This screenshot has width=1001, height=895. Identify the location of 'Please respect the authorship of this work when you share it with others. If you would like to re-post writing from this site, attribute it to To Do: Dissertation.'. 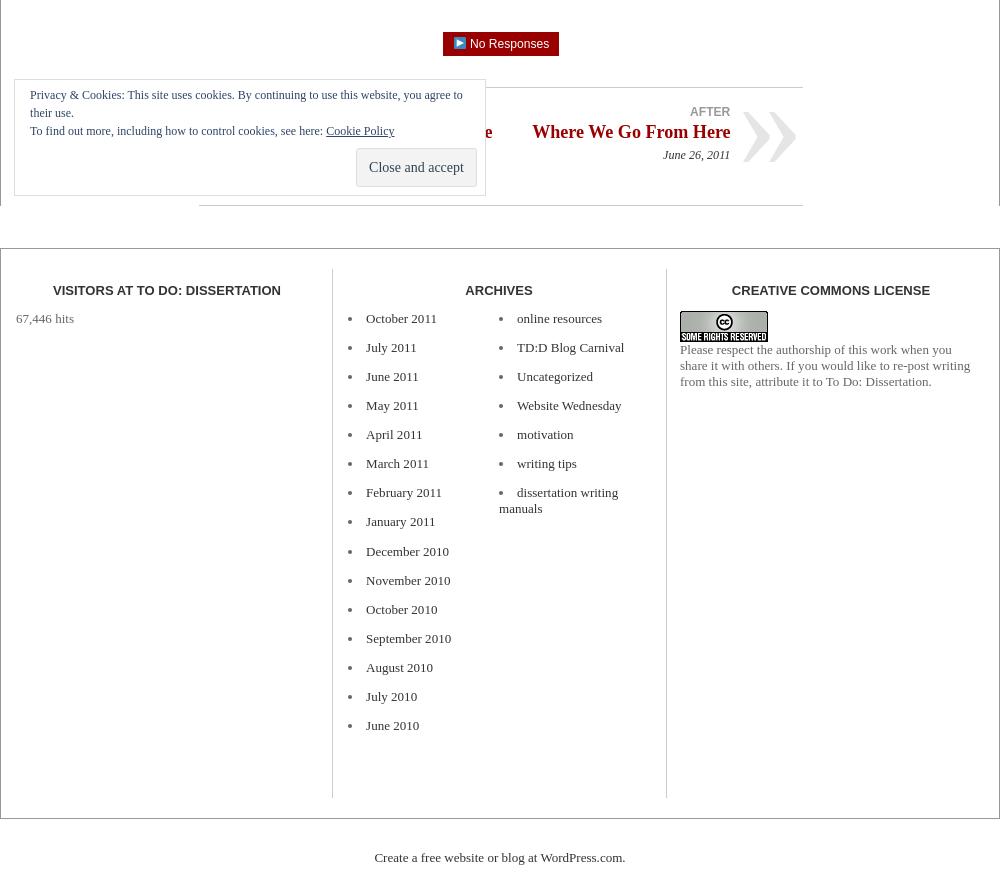
(824, 364).